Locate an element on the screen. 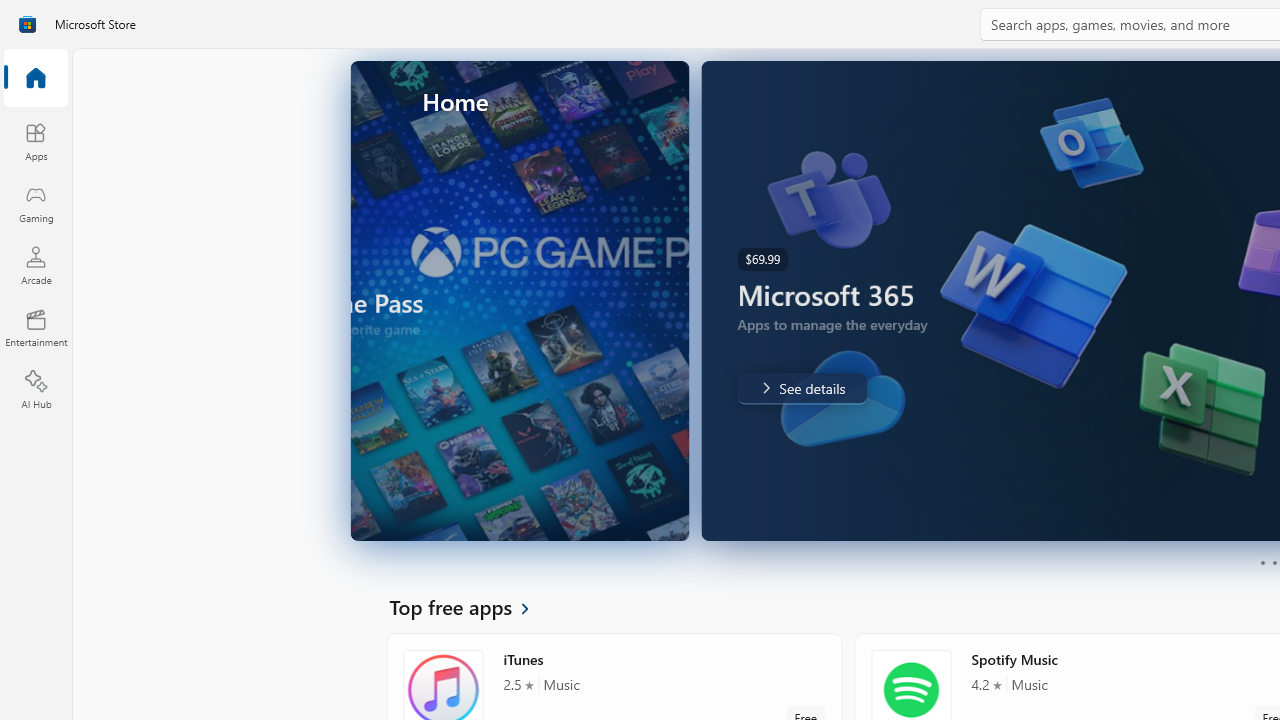  'Home' is located at coordinates (35, 78).